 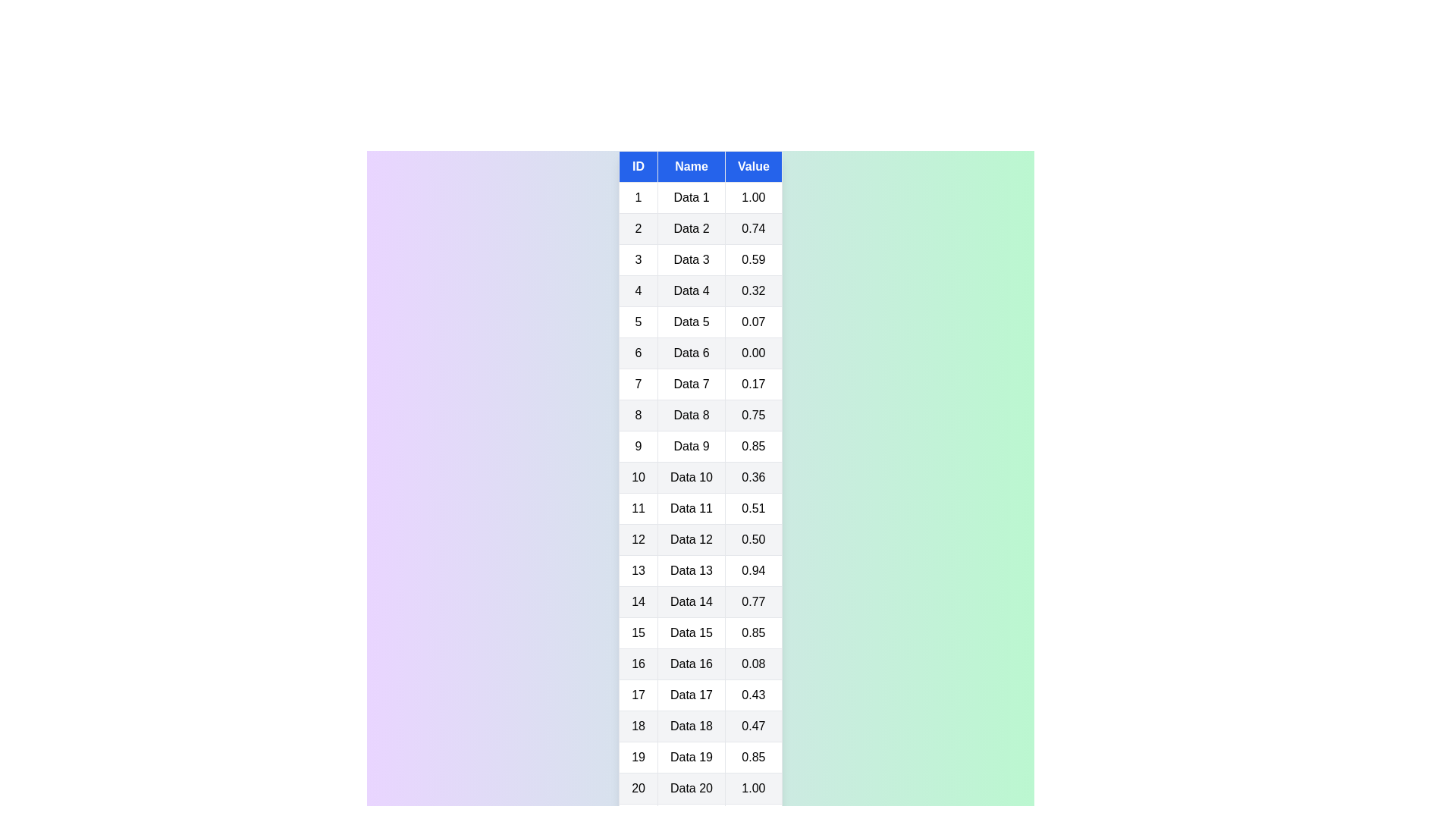 I want to click on the table header ID to sort the table, so click(x=638, y=166).